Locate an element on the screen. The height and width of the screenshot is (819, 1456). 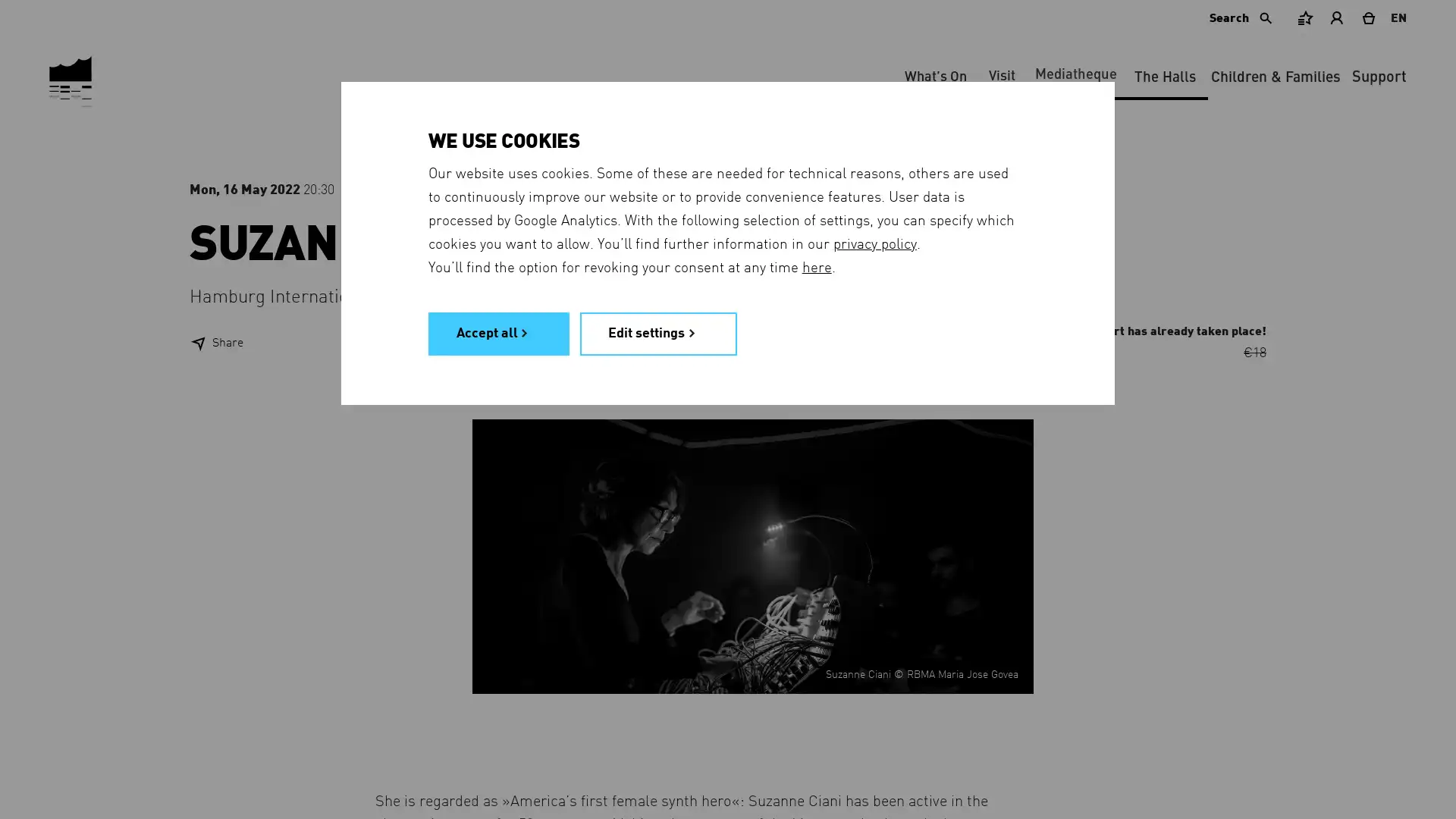
Share is located at coordinates (215, 343).